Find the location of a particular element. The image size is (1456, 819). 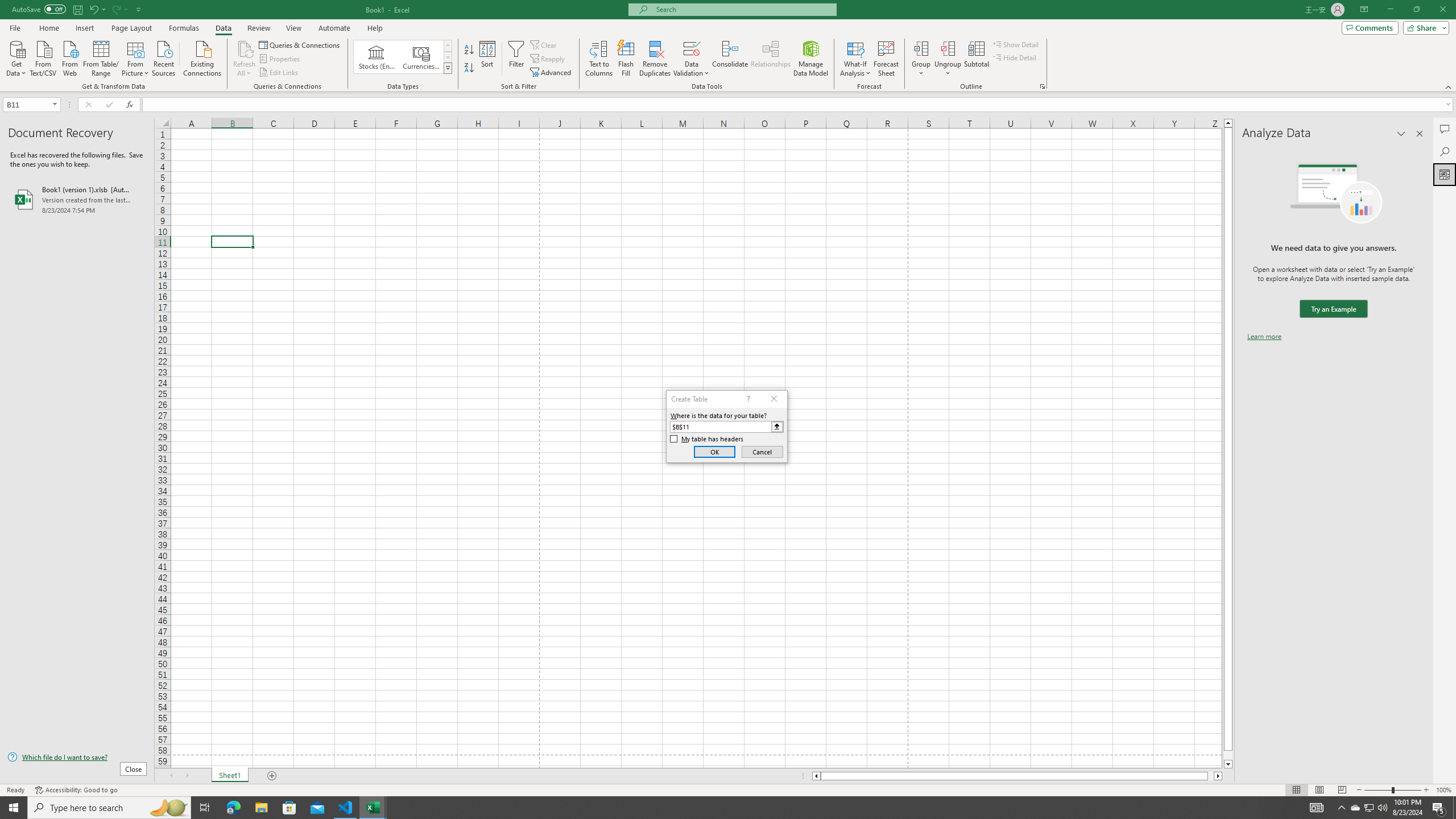

'Reapply' is located at coordinates (549, 59).